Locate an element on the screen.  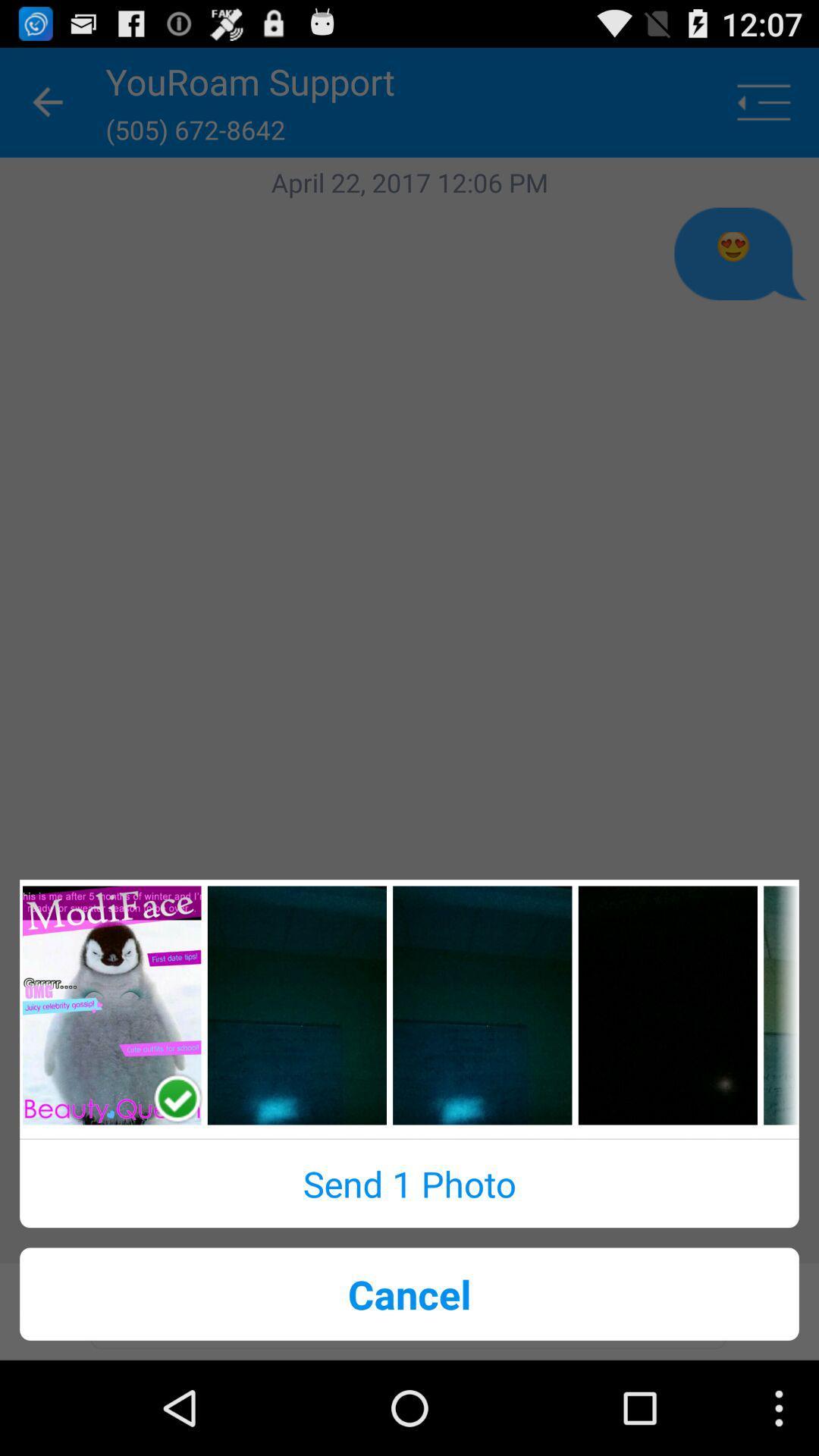
picture is located at coordinates (667, 1005).